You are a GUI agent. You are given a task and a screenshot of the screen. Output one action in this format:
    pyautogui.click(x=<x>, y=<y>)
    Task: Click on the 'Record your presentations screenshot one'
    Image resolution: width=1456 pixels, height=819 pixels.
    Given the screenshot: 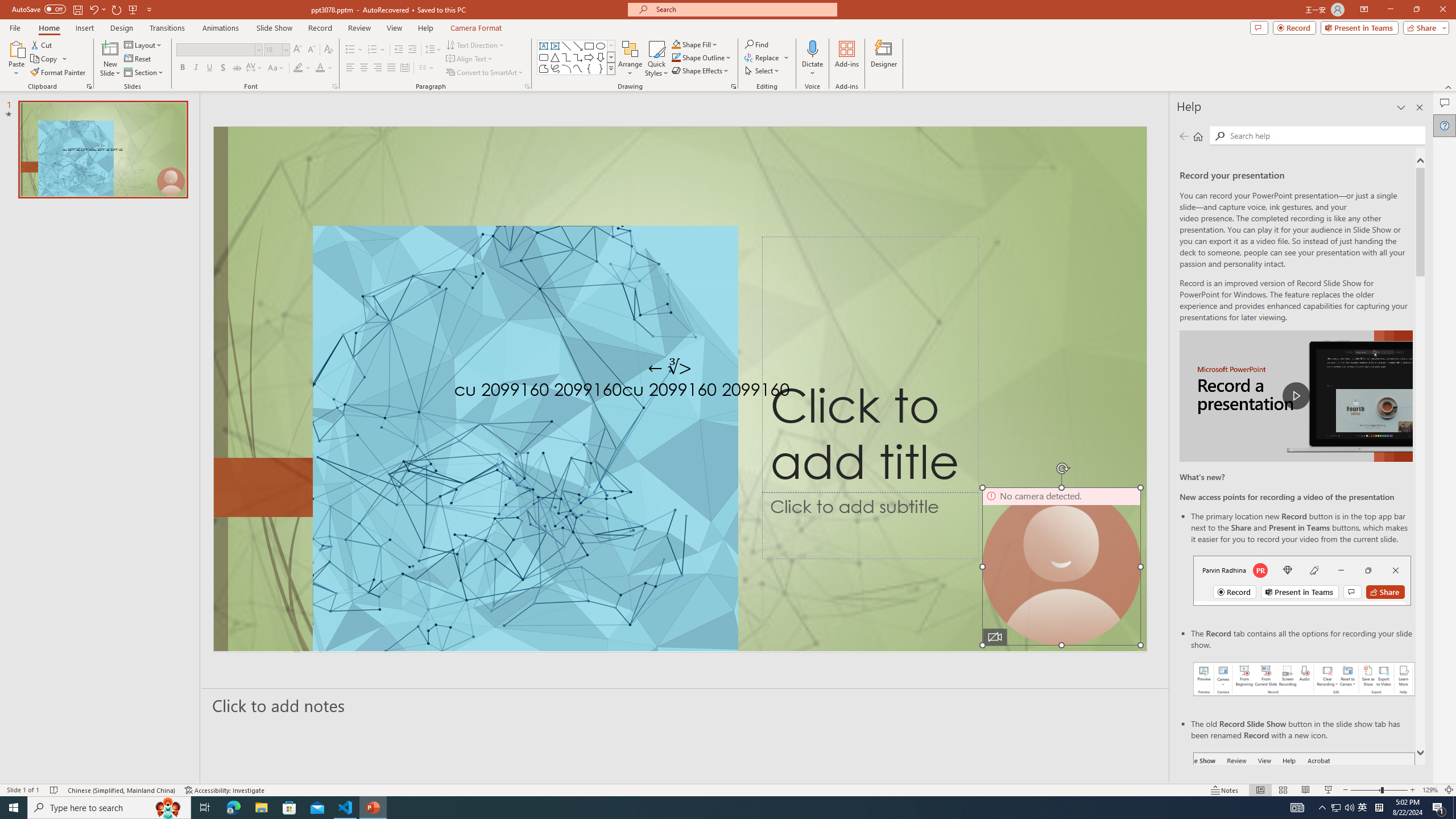 What is the action you would take?
    pyautogui.click(x=1304, y=678)
    